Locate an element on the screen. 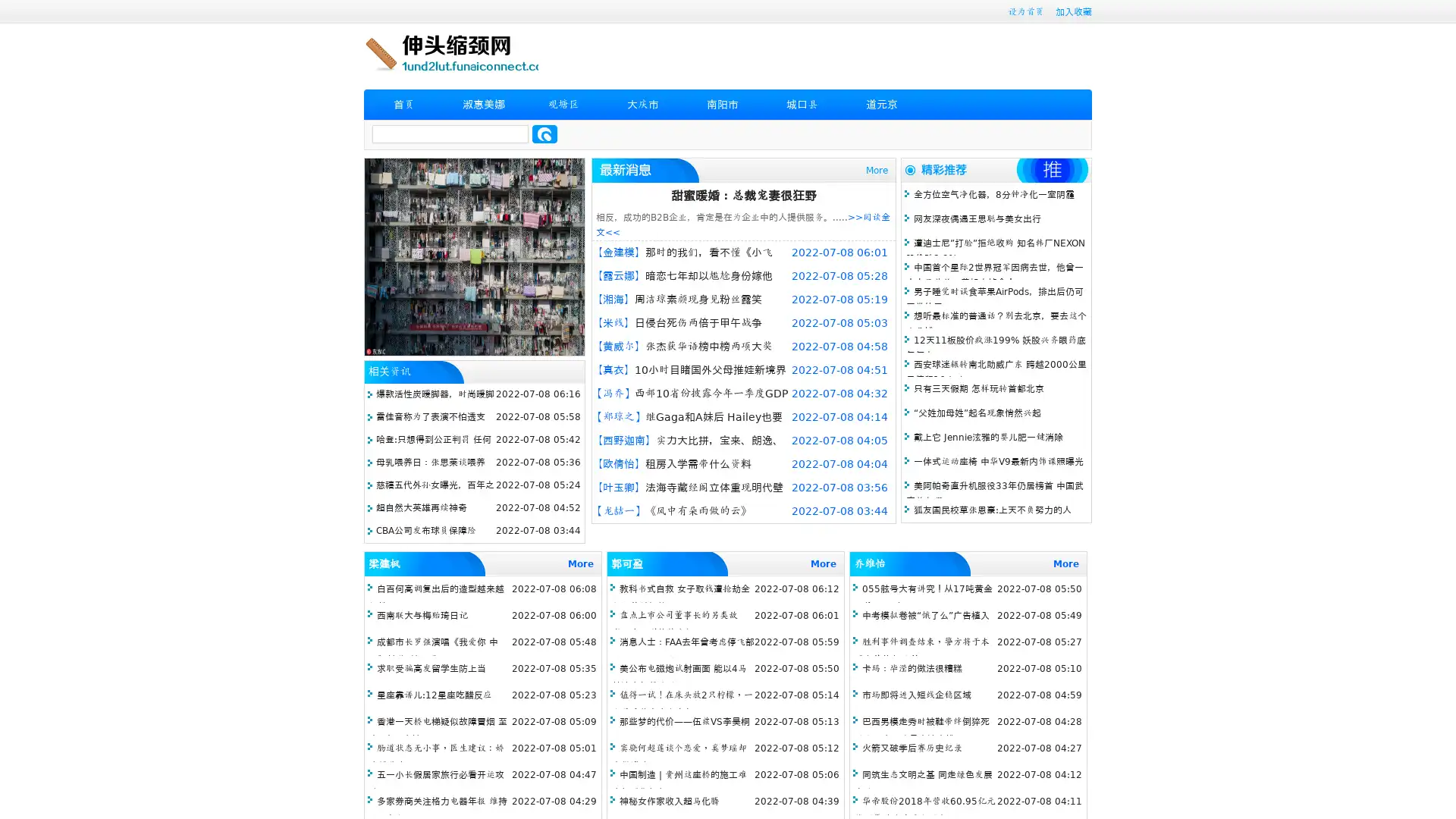 The width and height of the screenshot is (1456, 819). Search is located at coordinates (544, 133).